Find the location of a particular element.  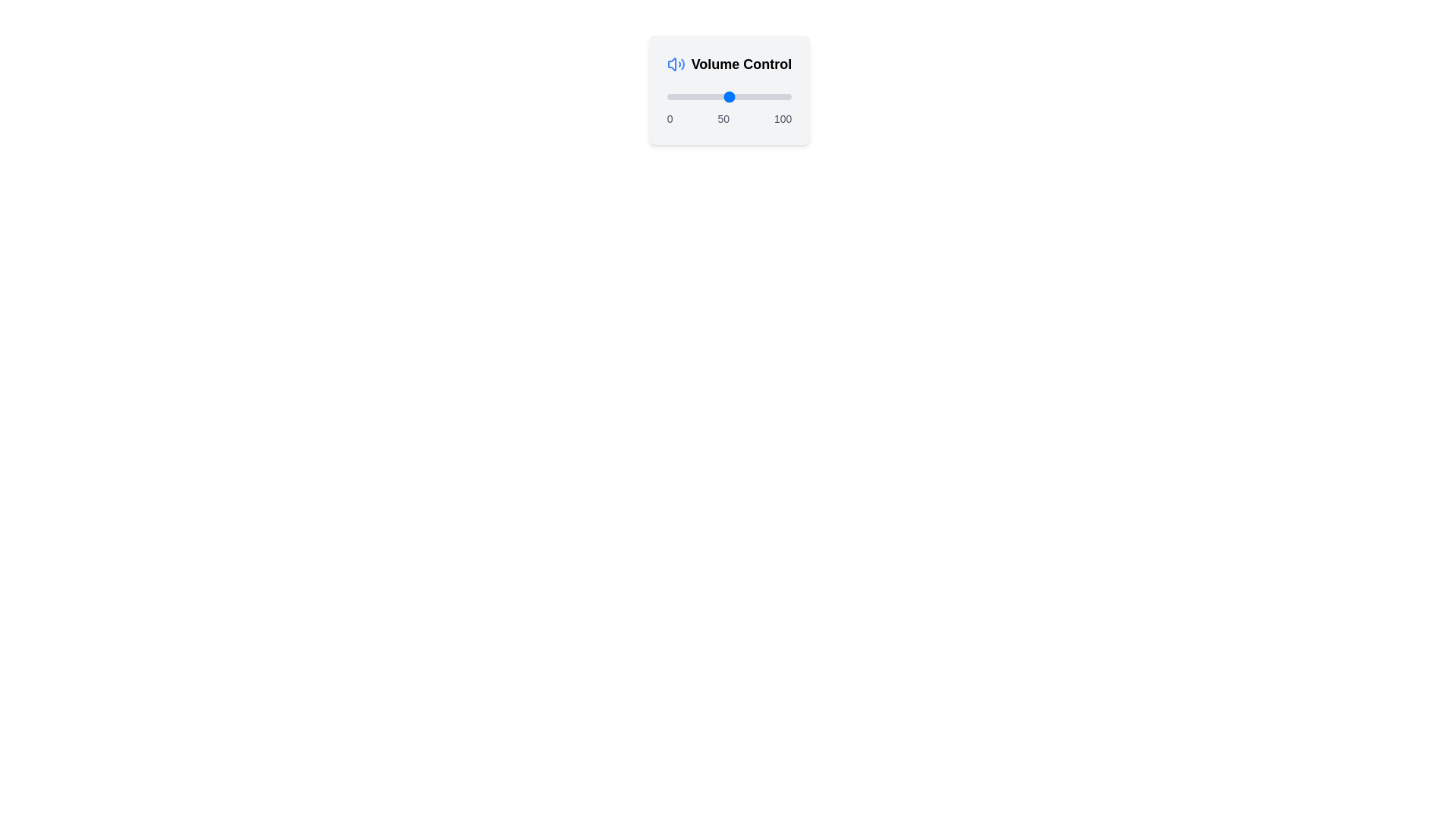

numeric labels '0', '50', and '100' displayed in gray font within the 'Volume Control' interface, located below the slider bar is located at coordinates (729, 118).